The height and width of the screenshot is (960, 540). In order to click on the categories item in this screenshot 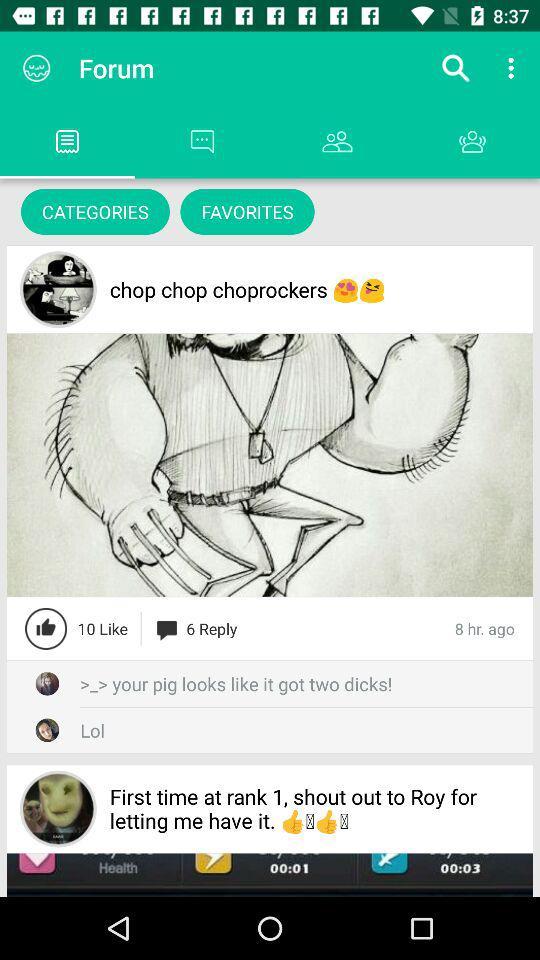, I will do `click(94, 211)`.